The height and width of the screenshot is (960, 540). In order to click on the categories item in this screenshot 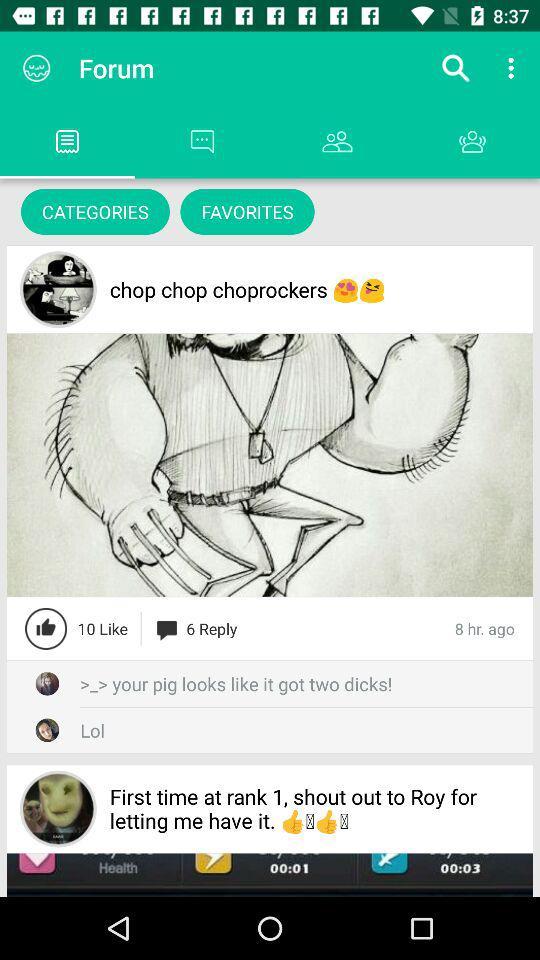, I will do `click(94, 211)`.